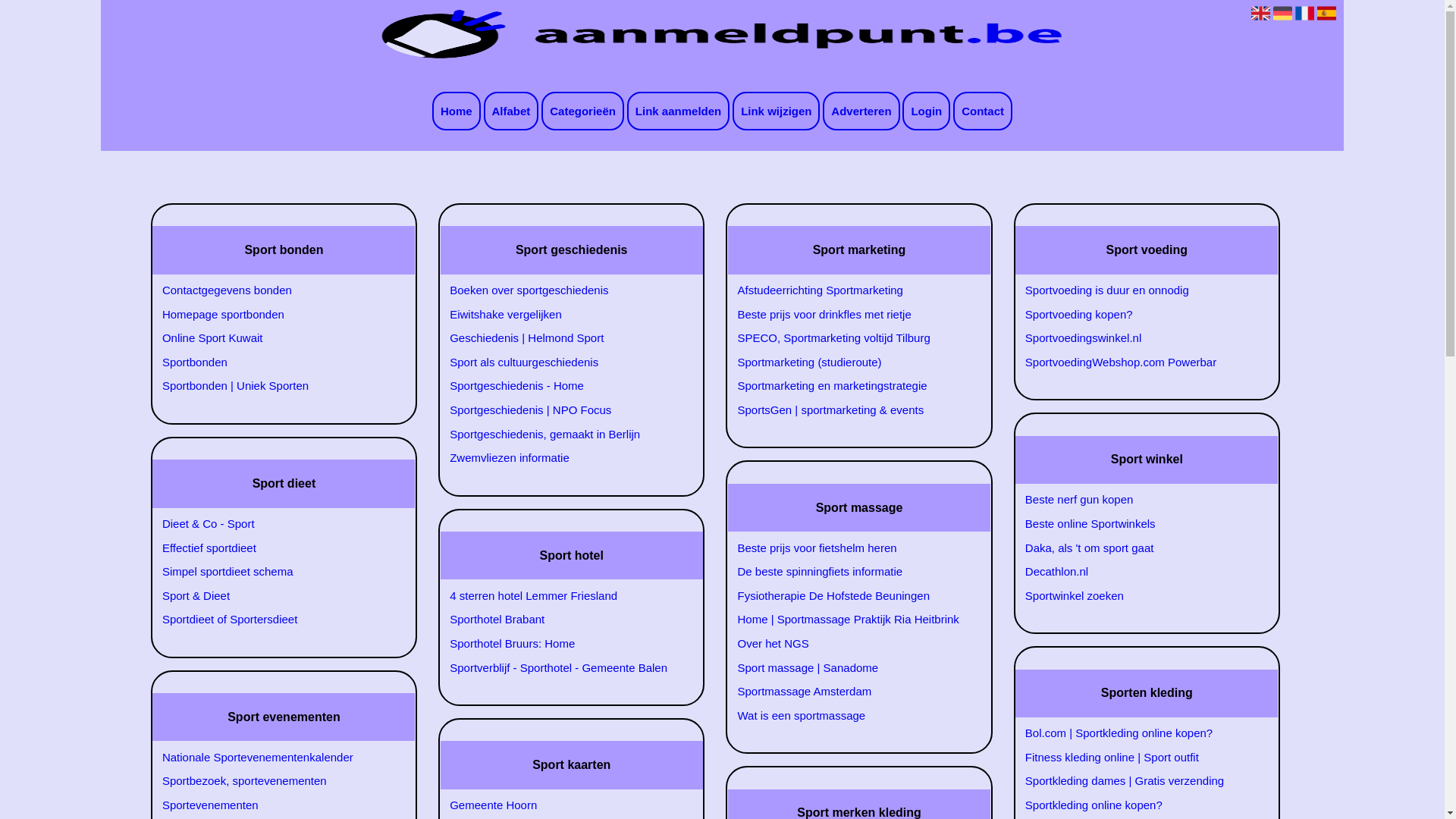  I want to click on 'SPECO, Sportmarketing voltijd Tilburg', so click(850, 337).